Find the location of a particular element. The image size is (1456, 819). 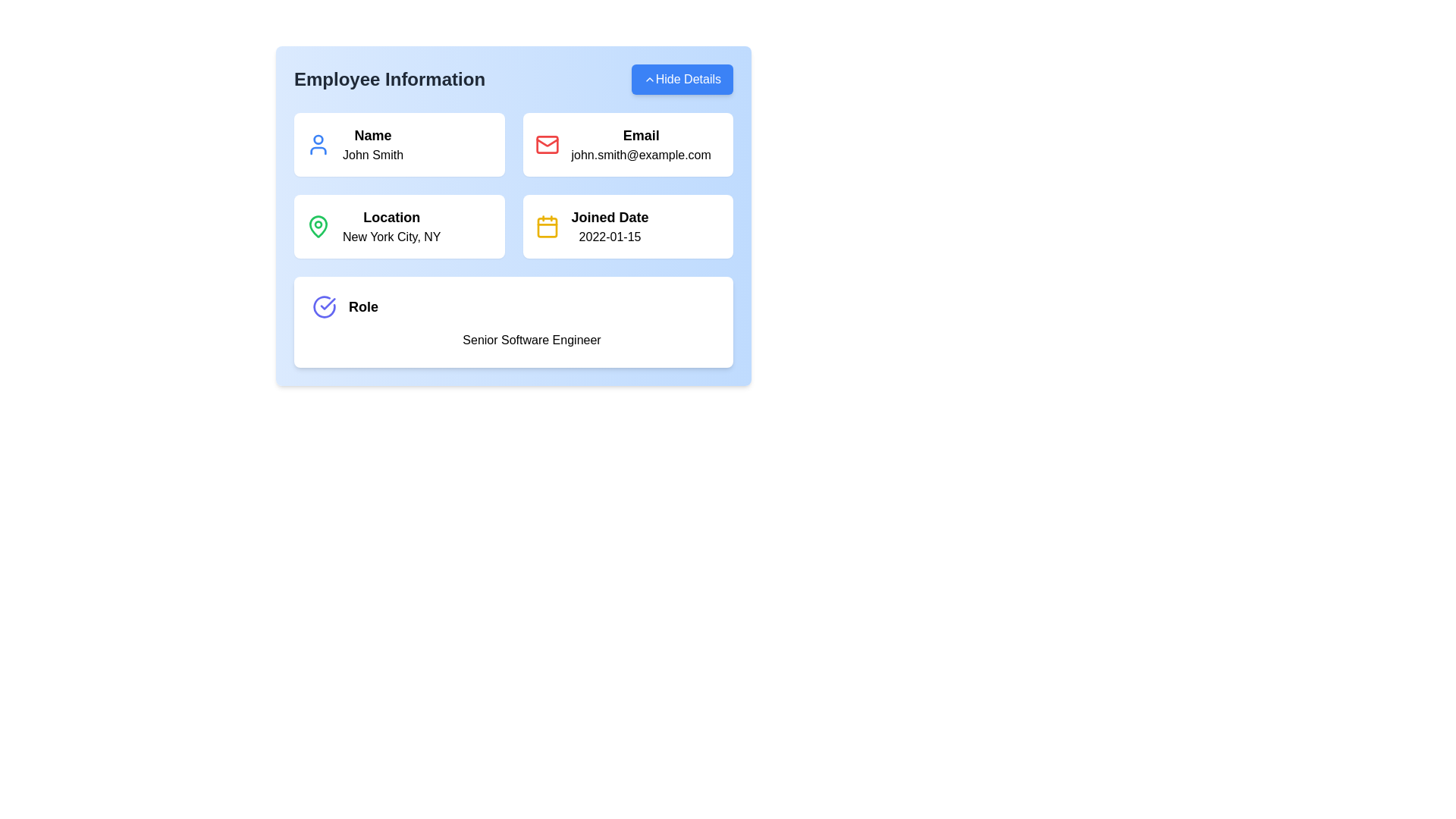

the static text displaying the user's name information located in the 'Employee Information' section under the header 'Name', positioned directly below a user icon is located at coordinates (373, 155).